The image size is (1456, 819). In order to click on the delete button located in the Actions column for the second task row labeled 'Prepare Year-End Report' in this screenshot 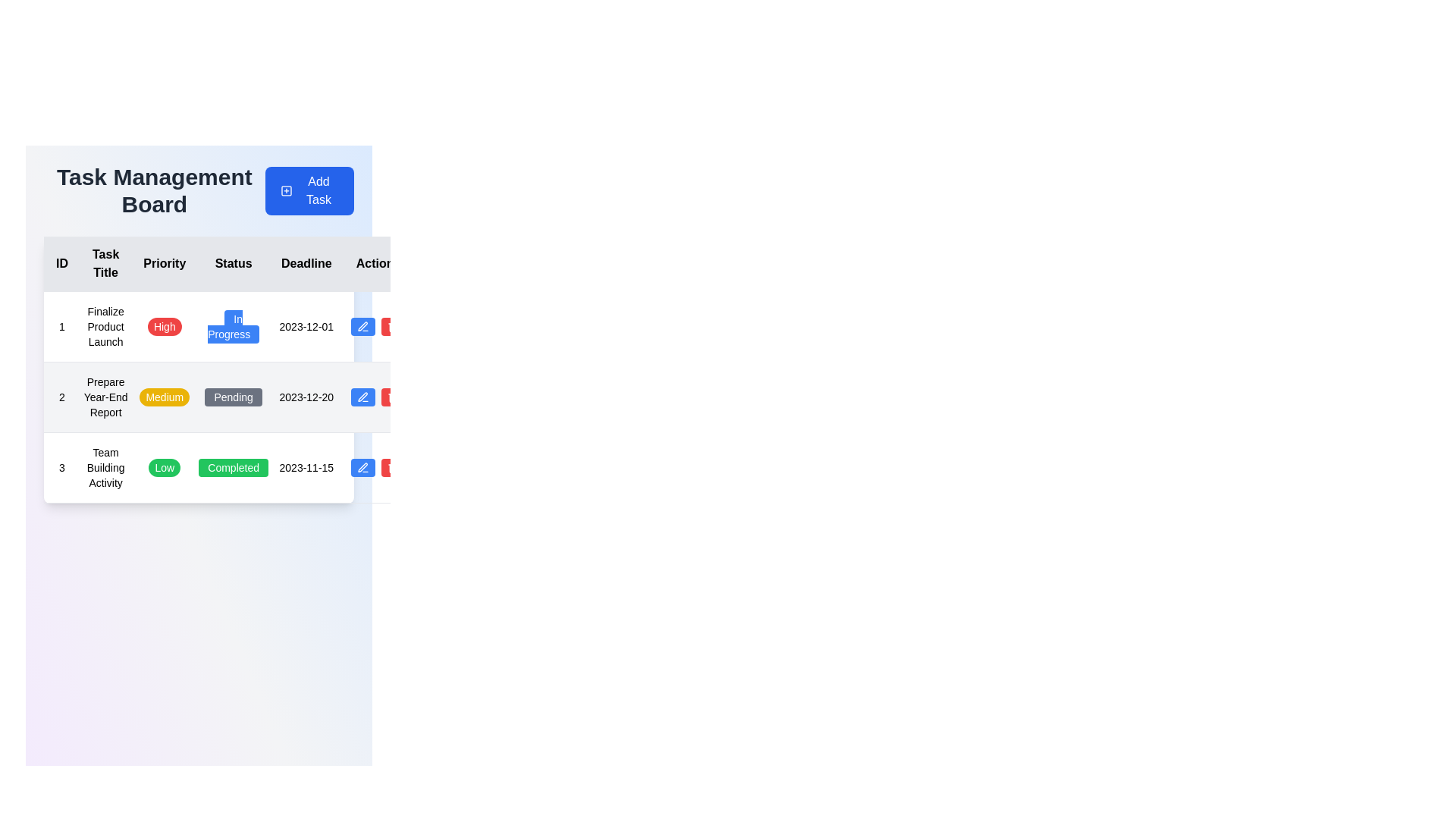, I will do `click(393, 397)`.